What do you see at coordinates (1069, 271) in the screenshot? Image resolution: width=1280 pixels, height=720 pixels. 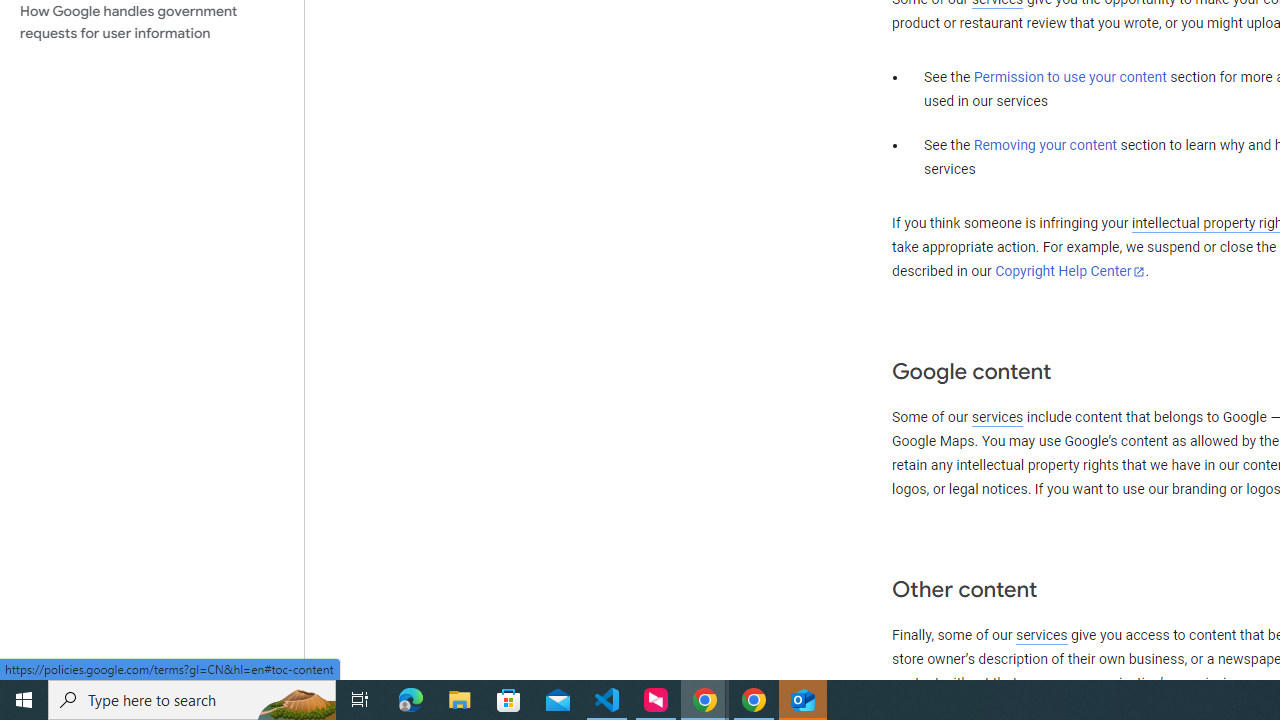 I see `'Copyright Help Center'` at bounding box center [1069, 271].